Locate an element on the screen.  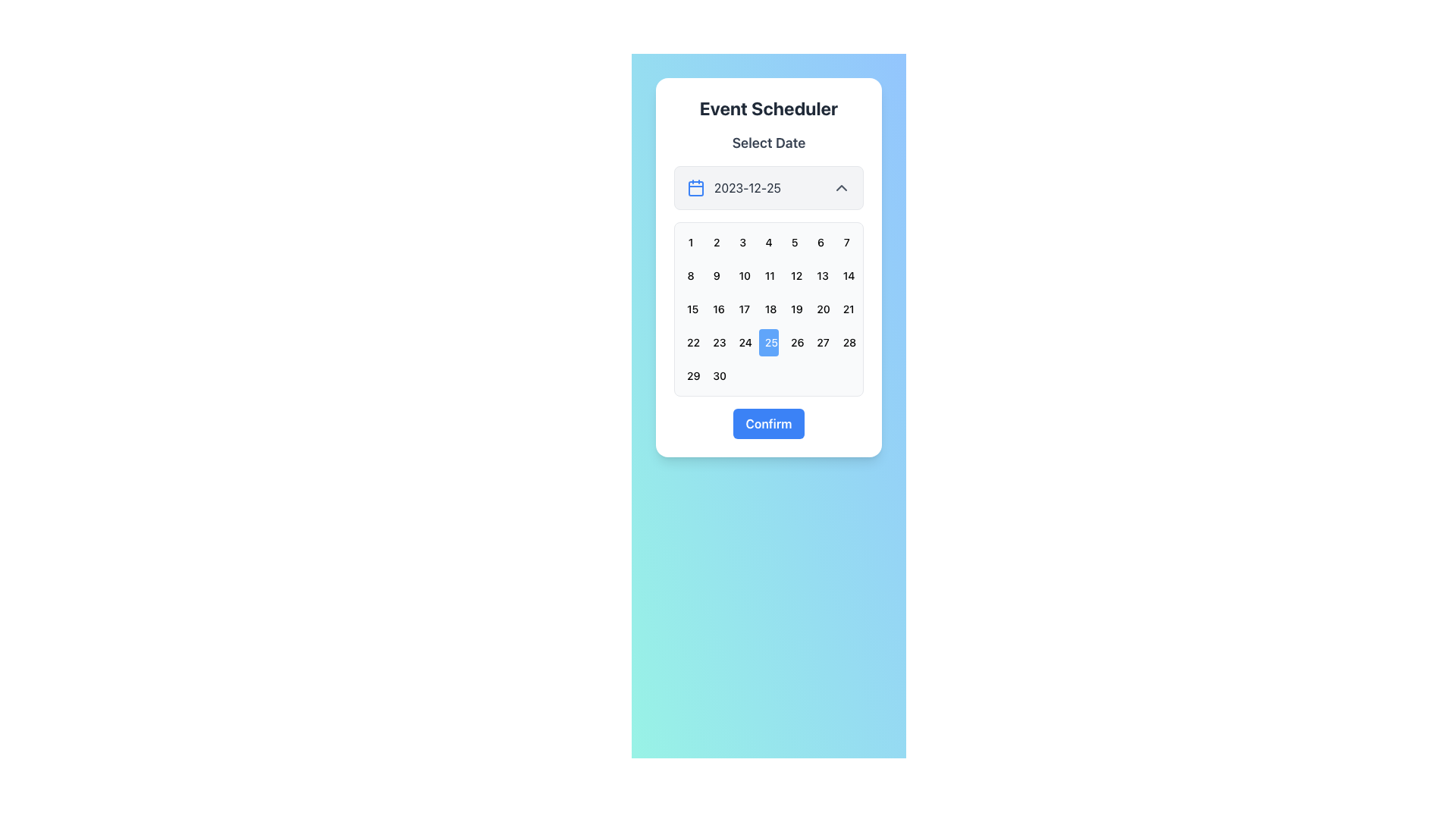
the interactive calendar date cell located in the third column of the third row is located at coordinates (742, 309).